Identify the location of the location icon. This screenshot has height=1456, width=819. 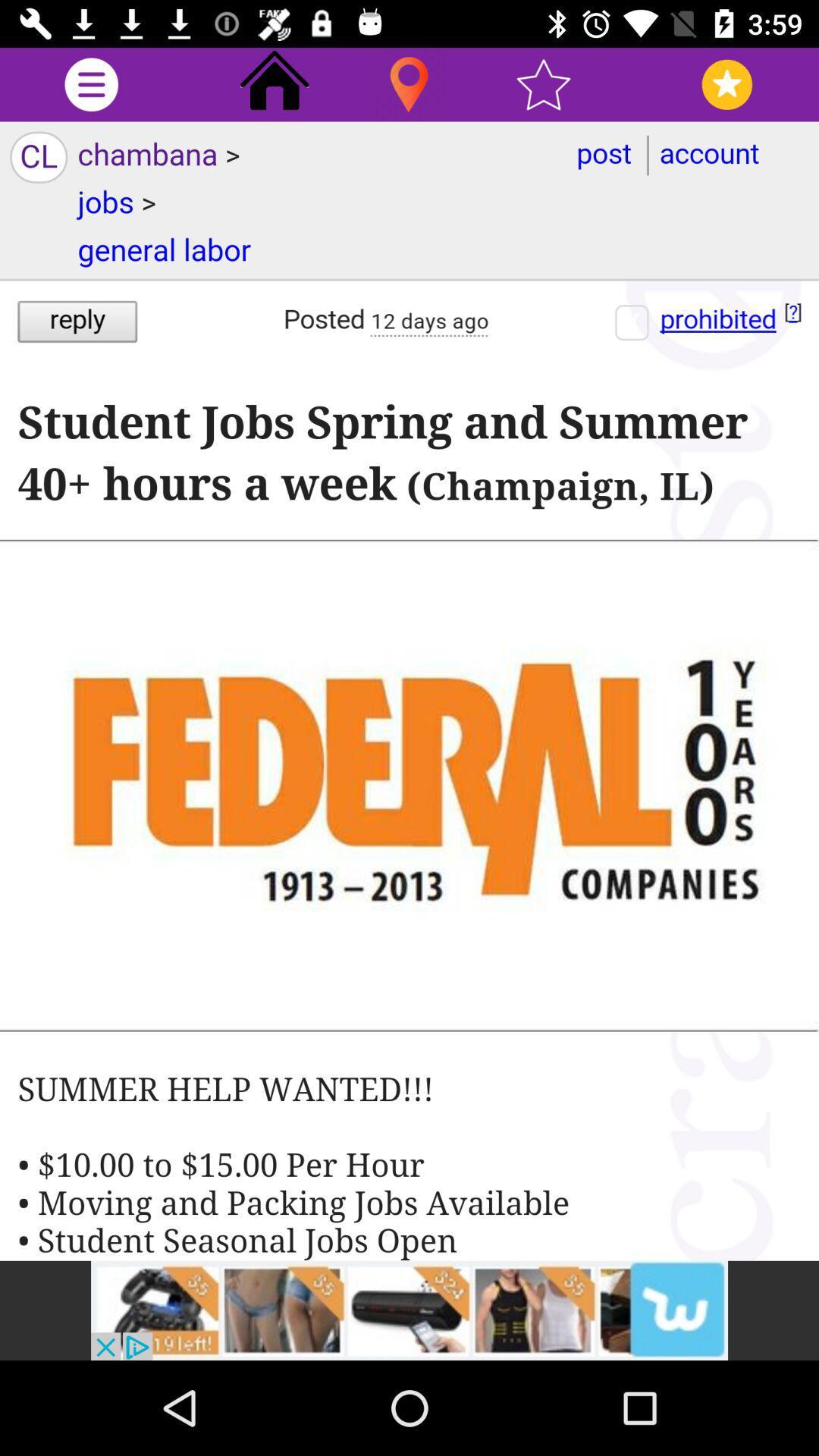
(408, 83).